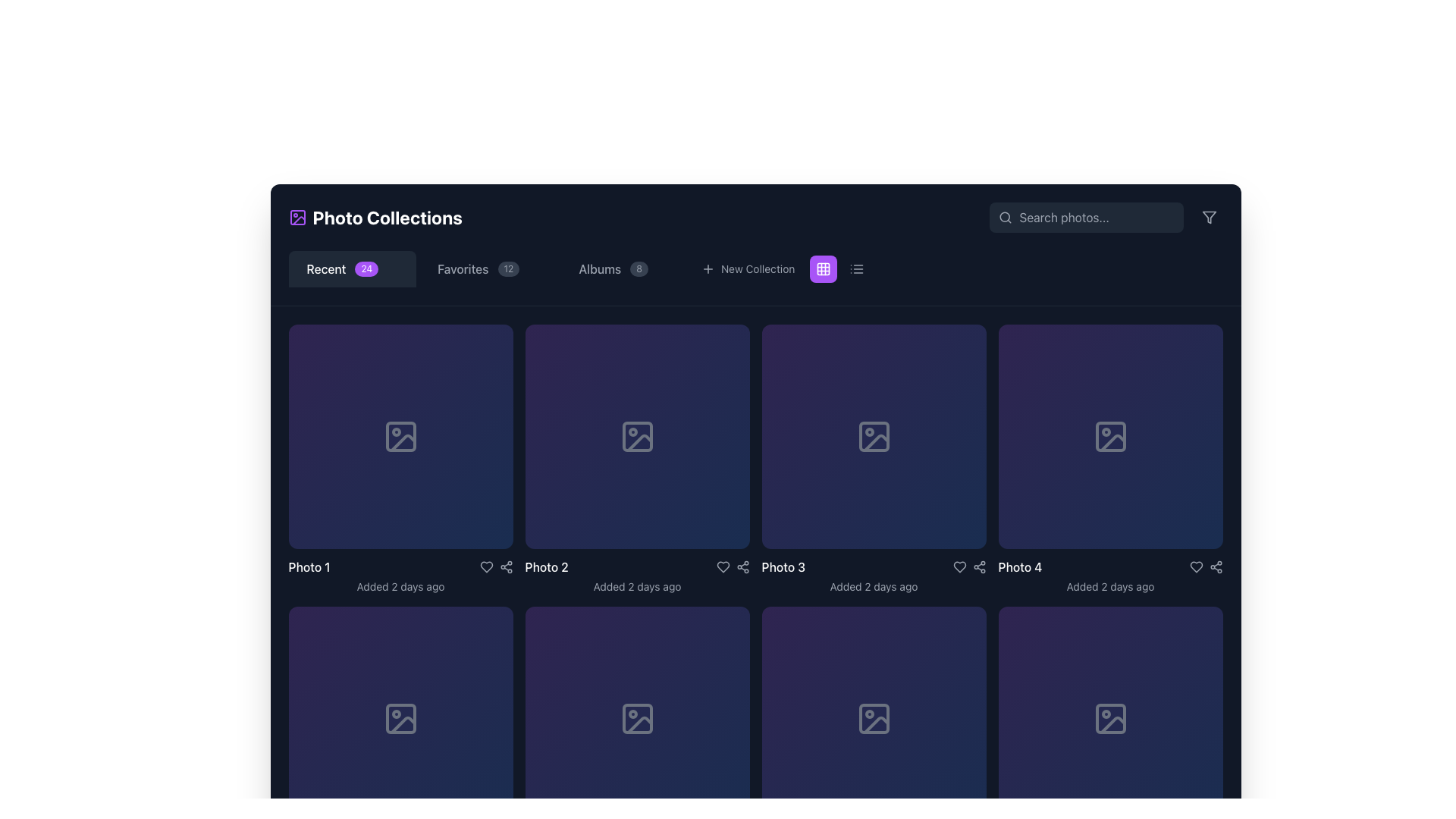 The image size is (1456, 819). I want to click on the timestamp text label located below the 'Photo 3' label in the third column of the grid layout, so click(874, 586).